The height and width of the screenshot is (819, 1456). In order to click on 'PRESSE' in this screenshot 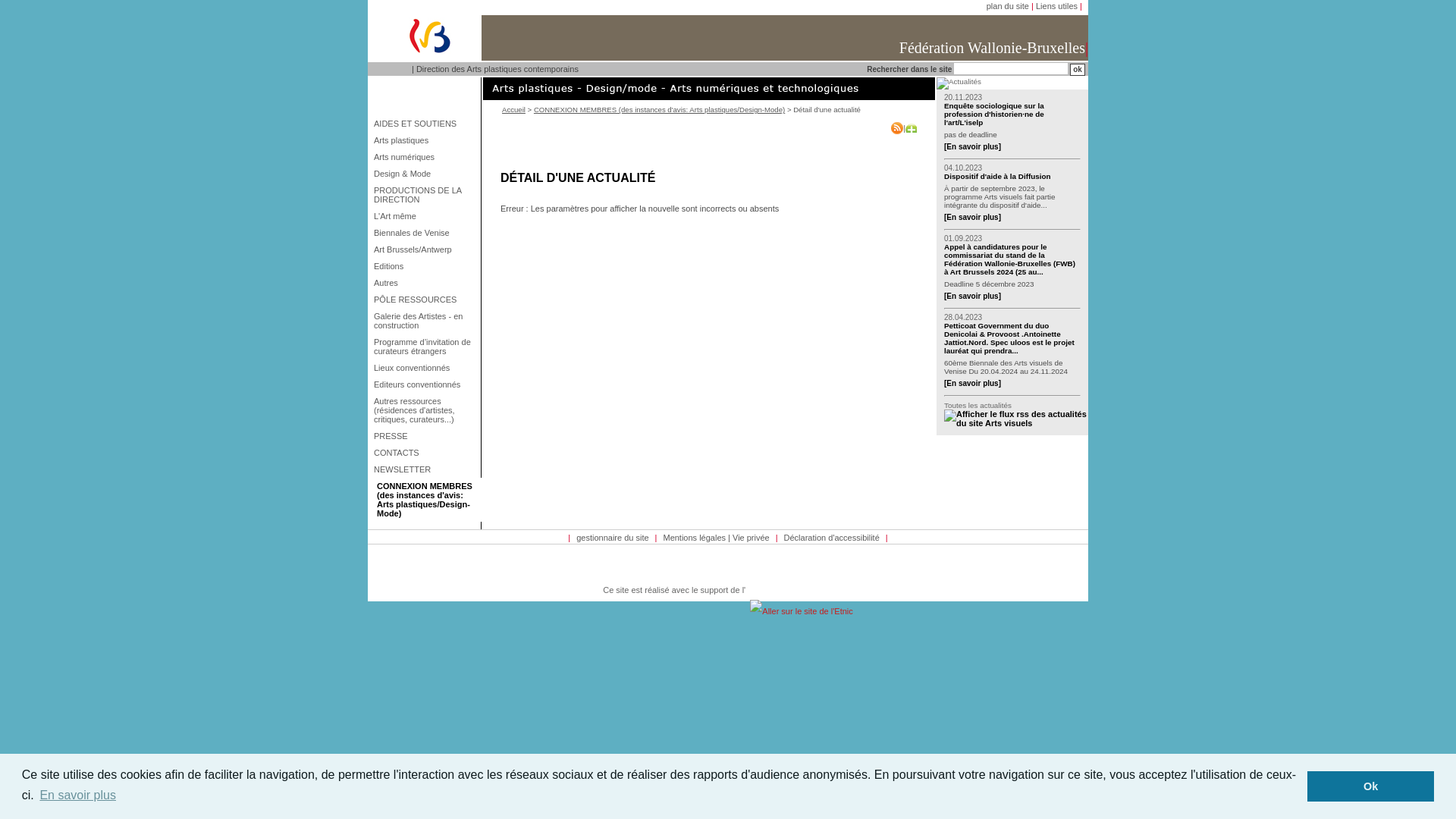, I will do `click(425, 435)`.